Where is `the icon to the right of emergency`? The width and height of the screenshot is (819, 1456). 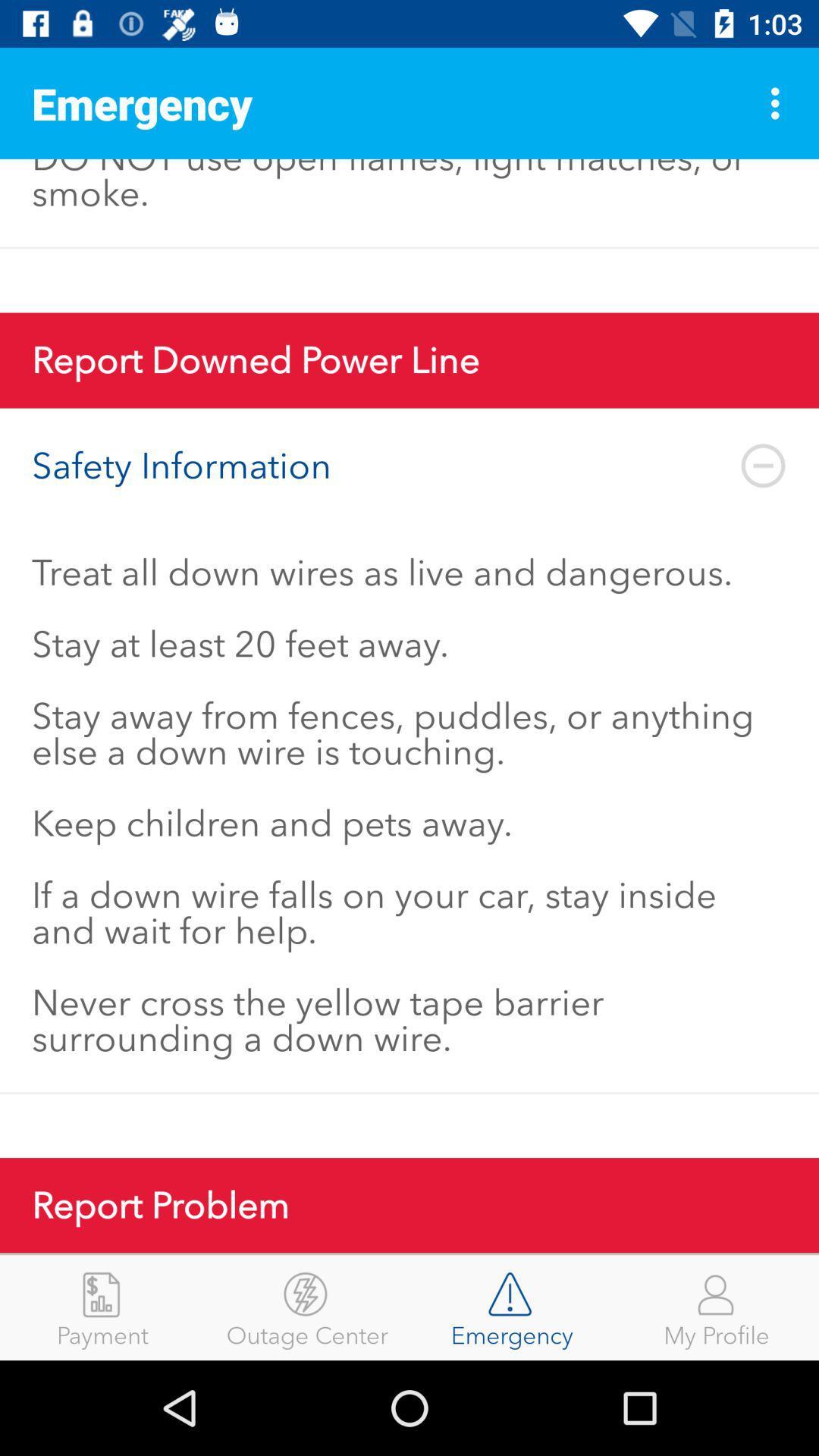
the icon to the right of emergency is located at coordinates (779, 102).